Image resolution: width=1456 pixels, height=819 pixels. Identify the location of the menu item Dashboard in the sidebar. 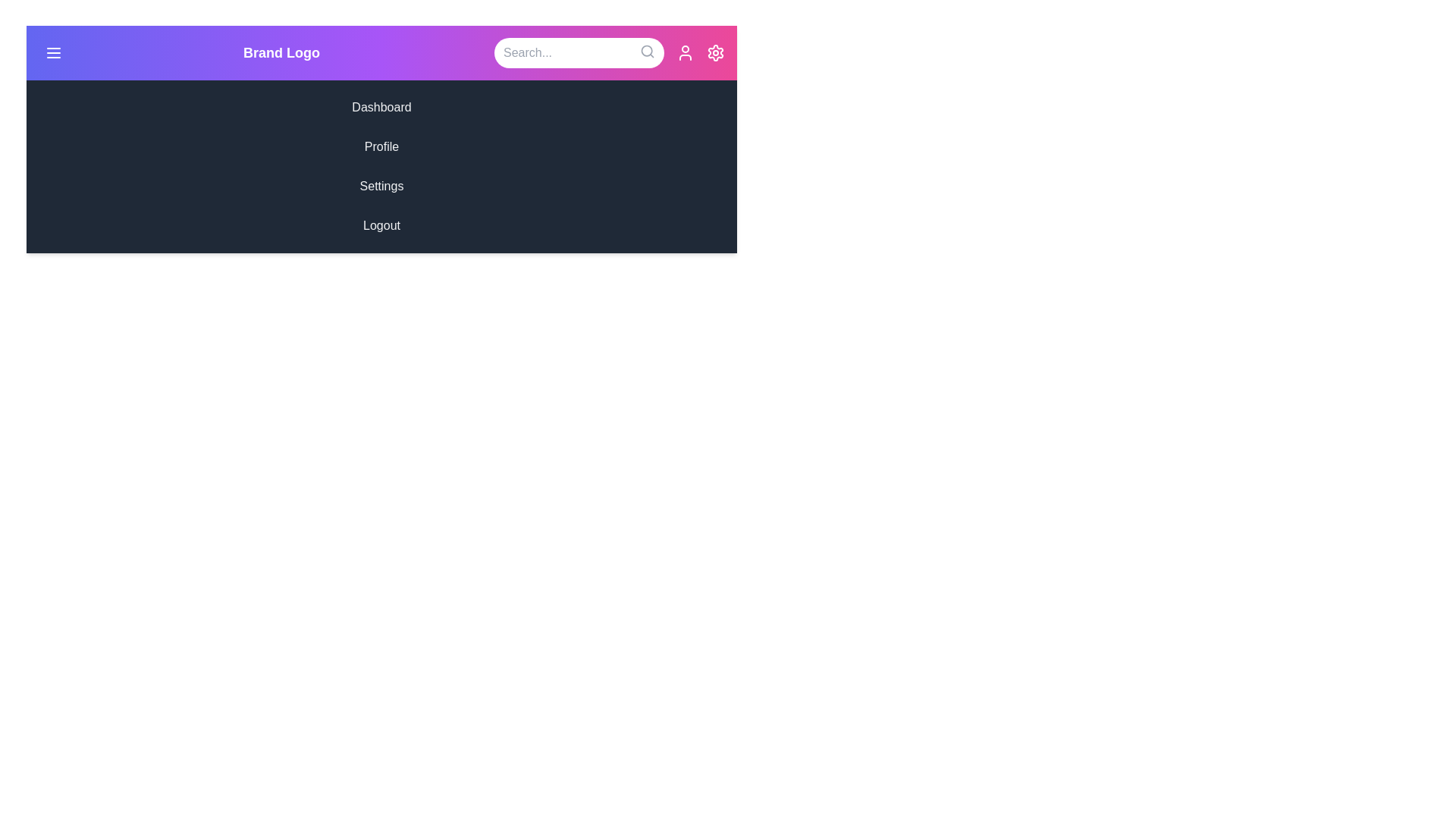
(381, 107).